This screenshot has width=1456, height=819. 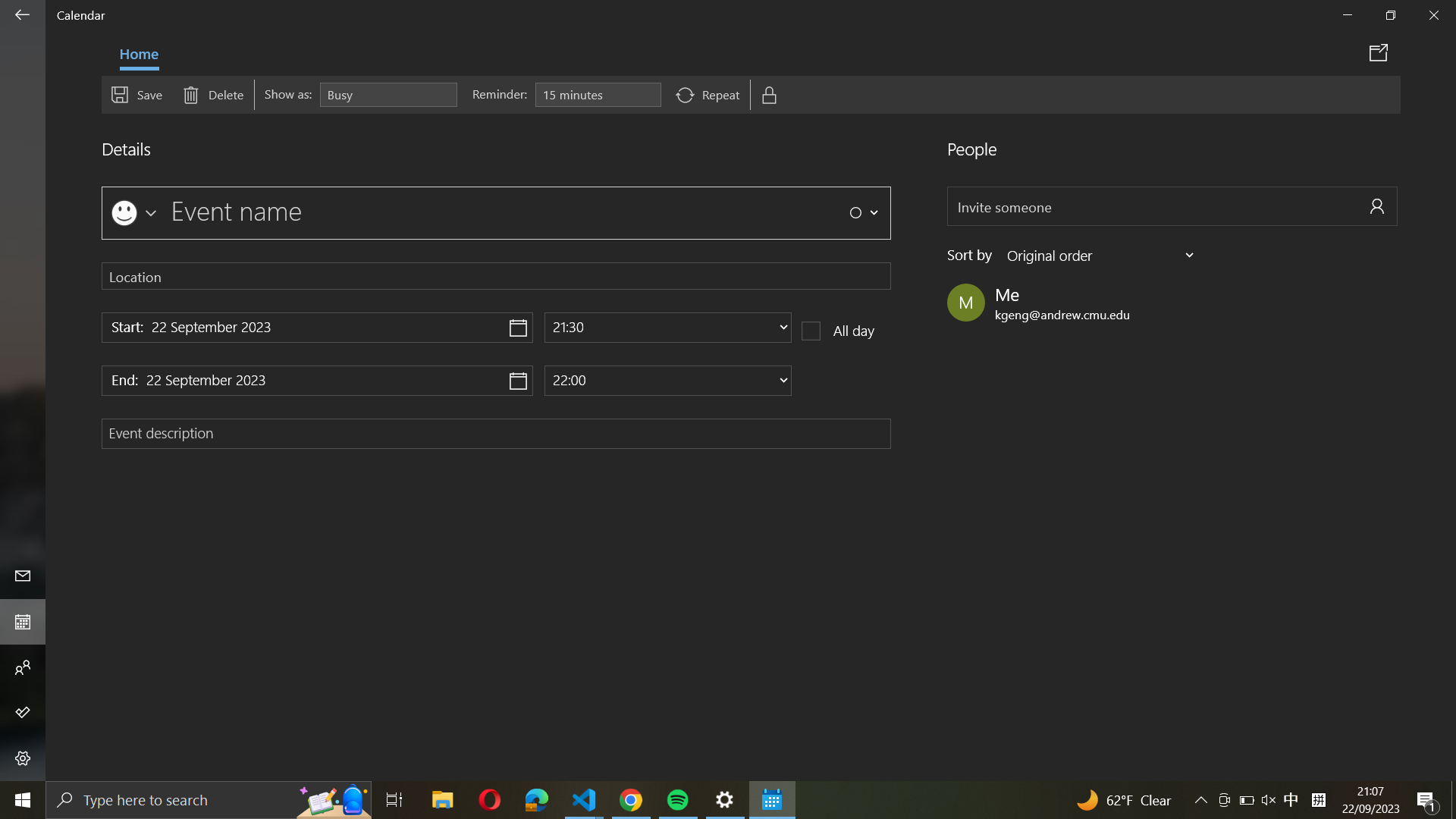 What do you see at coordinates (667, 379) in the screenshot?
I see `event end time to 10:00 PM` at bounding box center [667, 379].